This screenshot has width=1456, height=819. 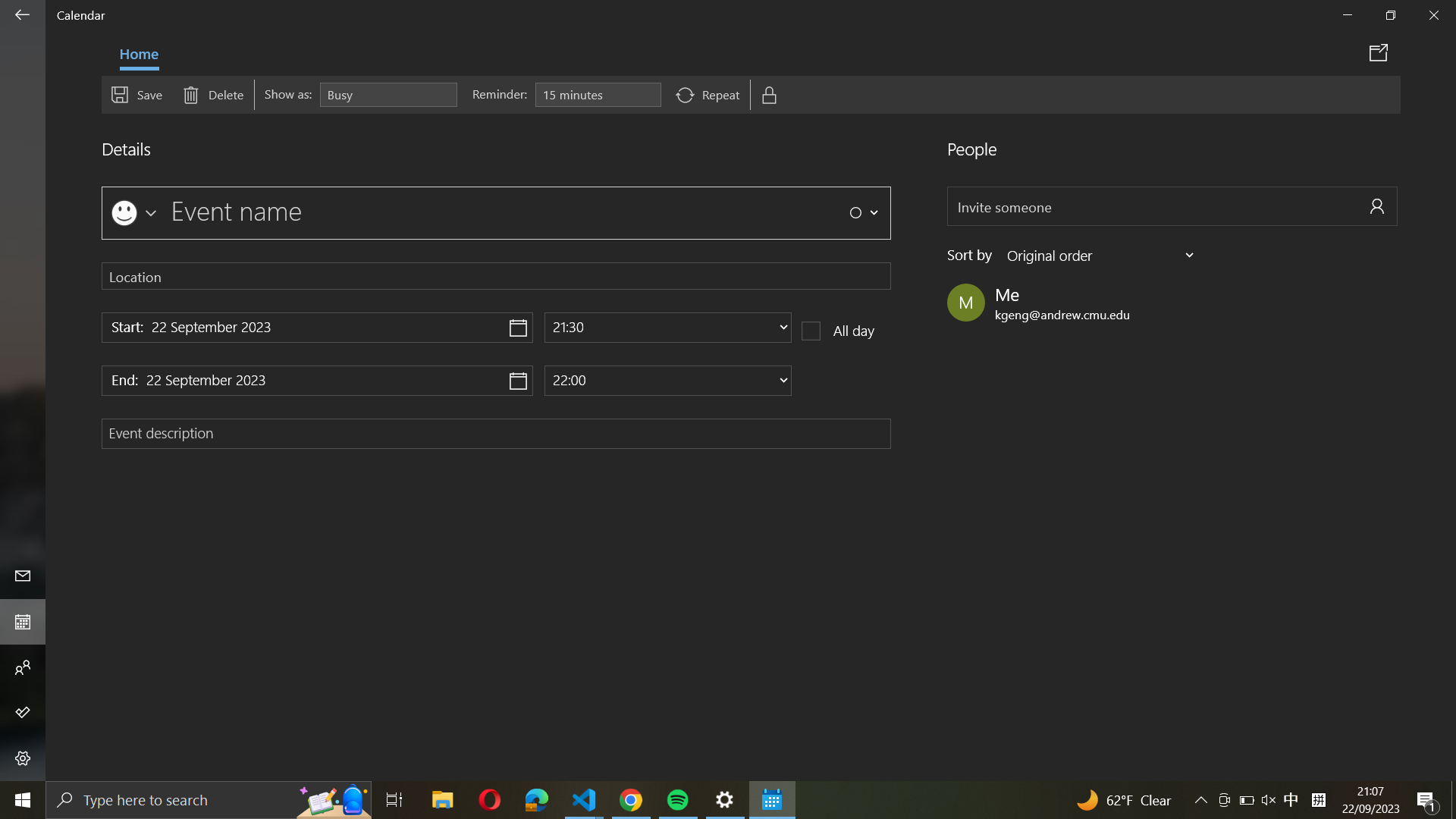 What do you see at coordinates (667, 379) in the screenshot?
I see `event end time to 10:00 PM` at bounding box center [667, 379].